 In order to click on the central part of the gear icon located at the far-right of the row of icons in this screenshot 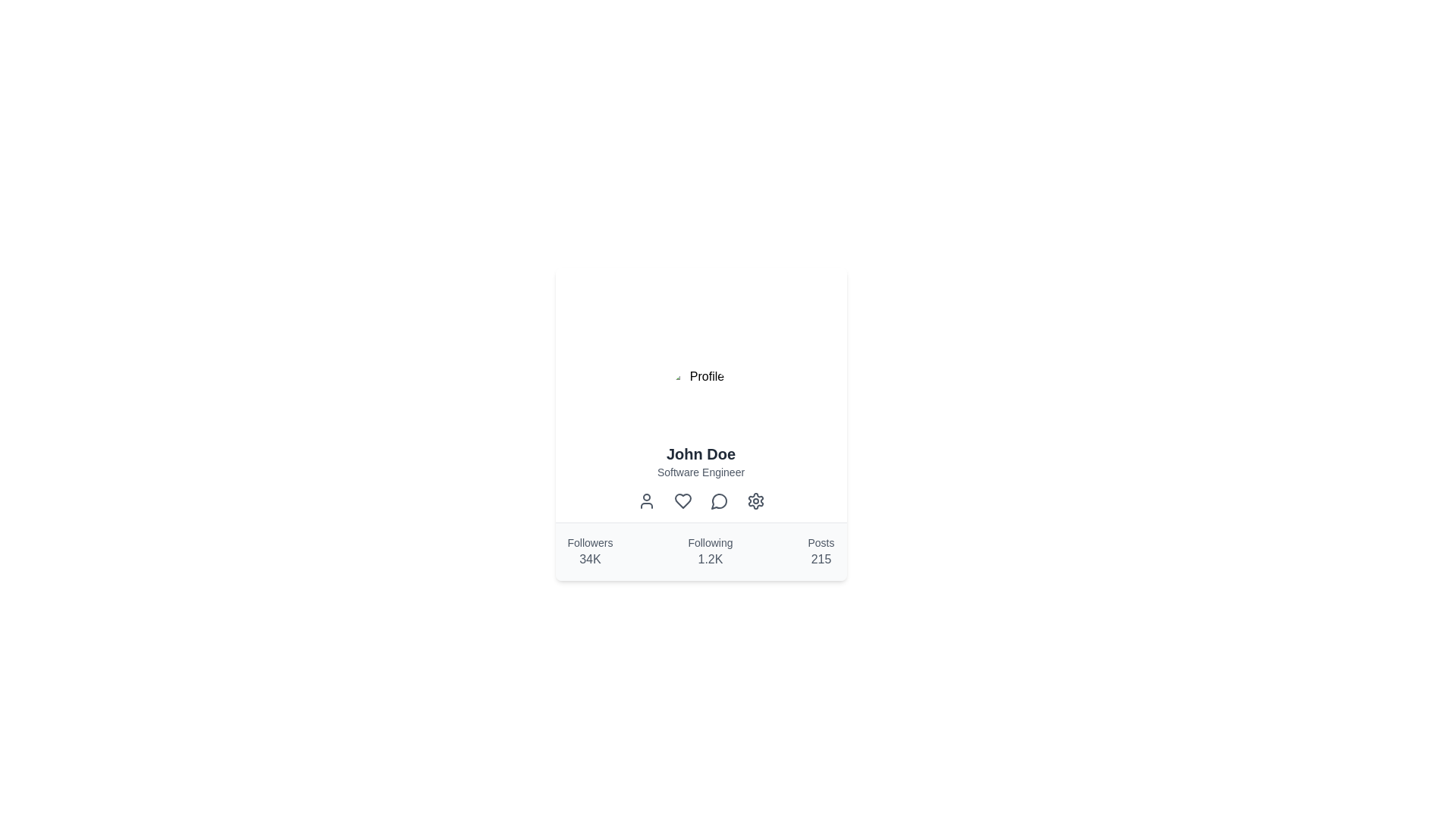, I will do `click(755, 500)`.